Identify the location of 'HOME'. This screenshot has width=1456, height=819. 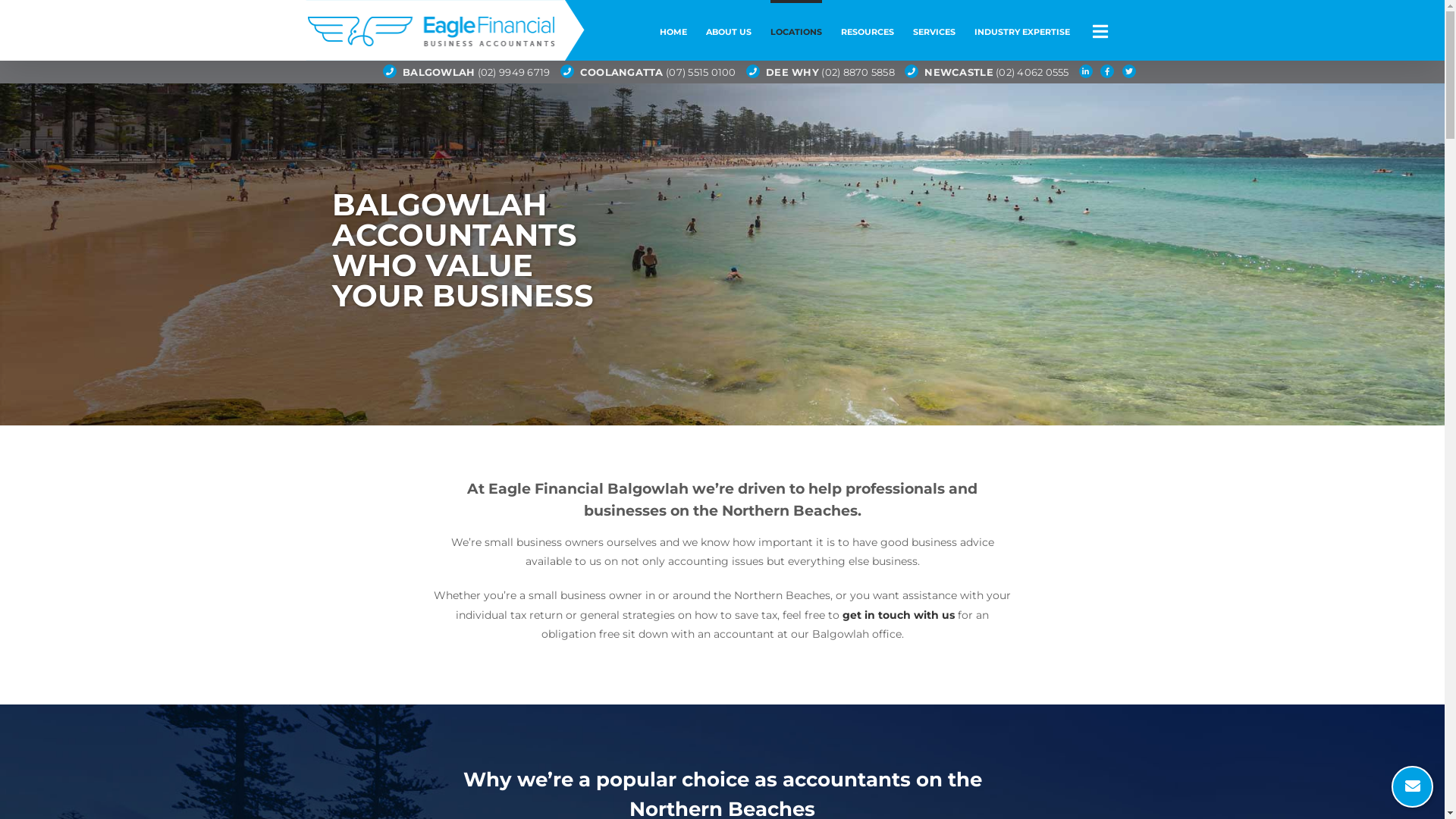
(673, 30).